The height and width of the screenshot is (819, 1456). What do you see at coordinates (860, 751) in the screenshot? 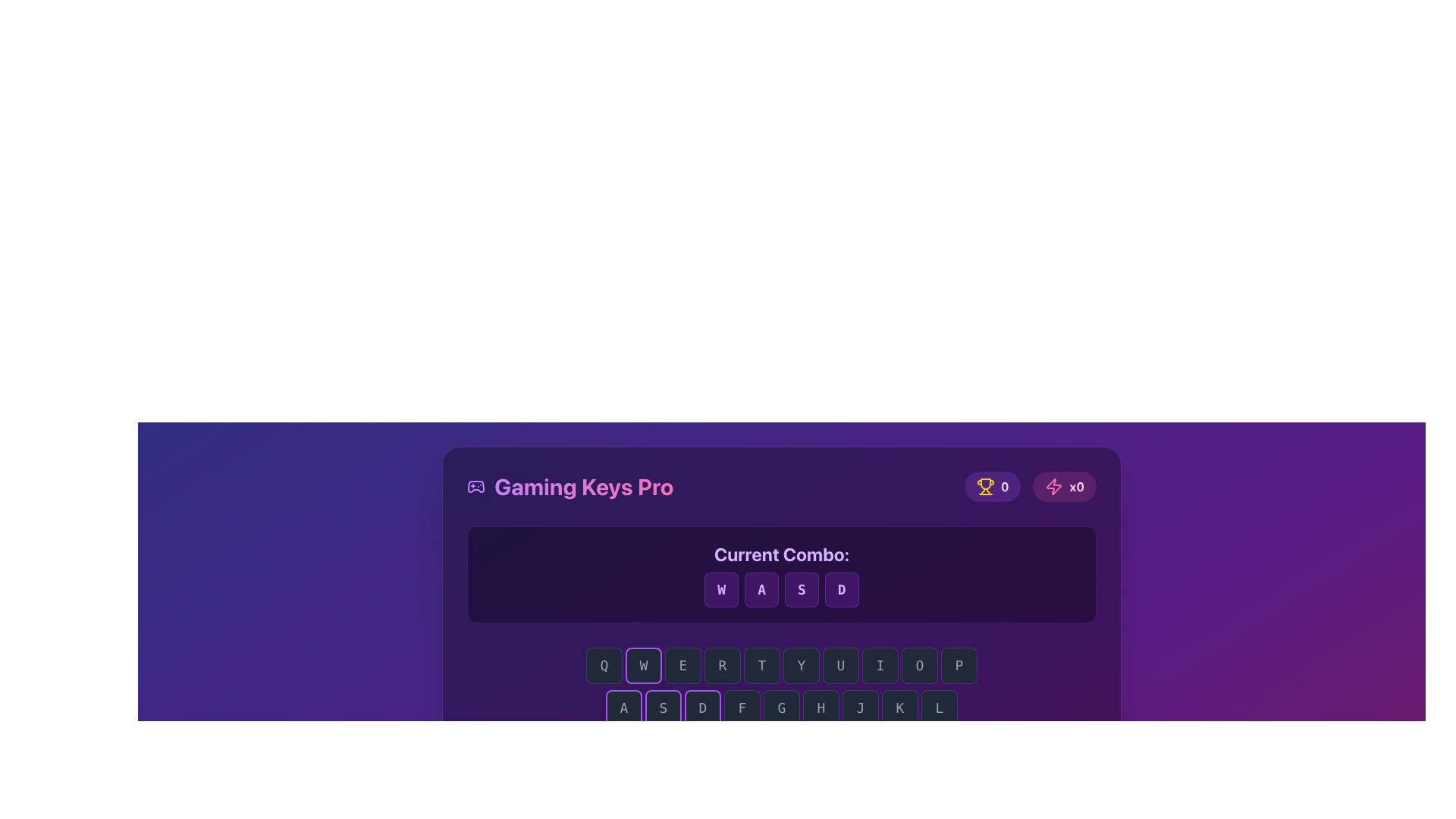
I see `the rectangular button labeled 'N' with a dark grayish background and a purplish border, positioned sixth in a horizontal group of buttons` at bounding box center [860, 751].